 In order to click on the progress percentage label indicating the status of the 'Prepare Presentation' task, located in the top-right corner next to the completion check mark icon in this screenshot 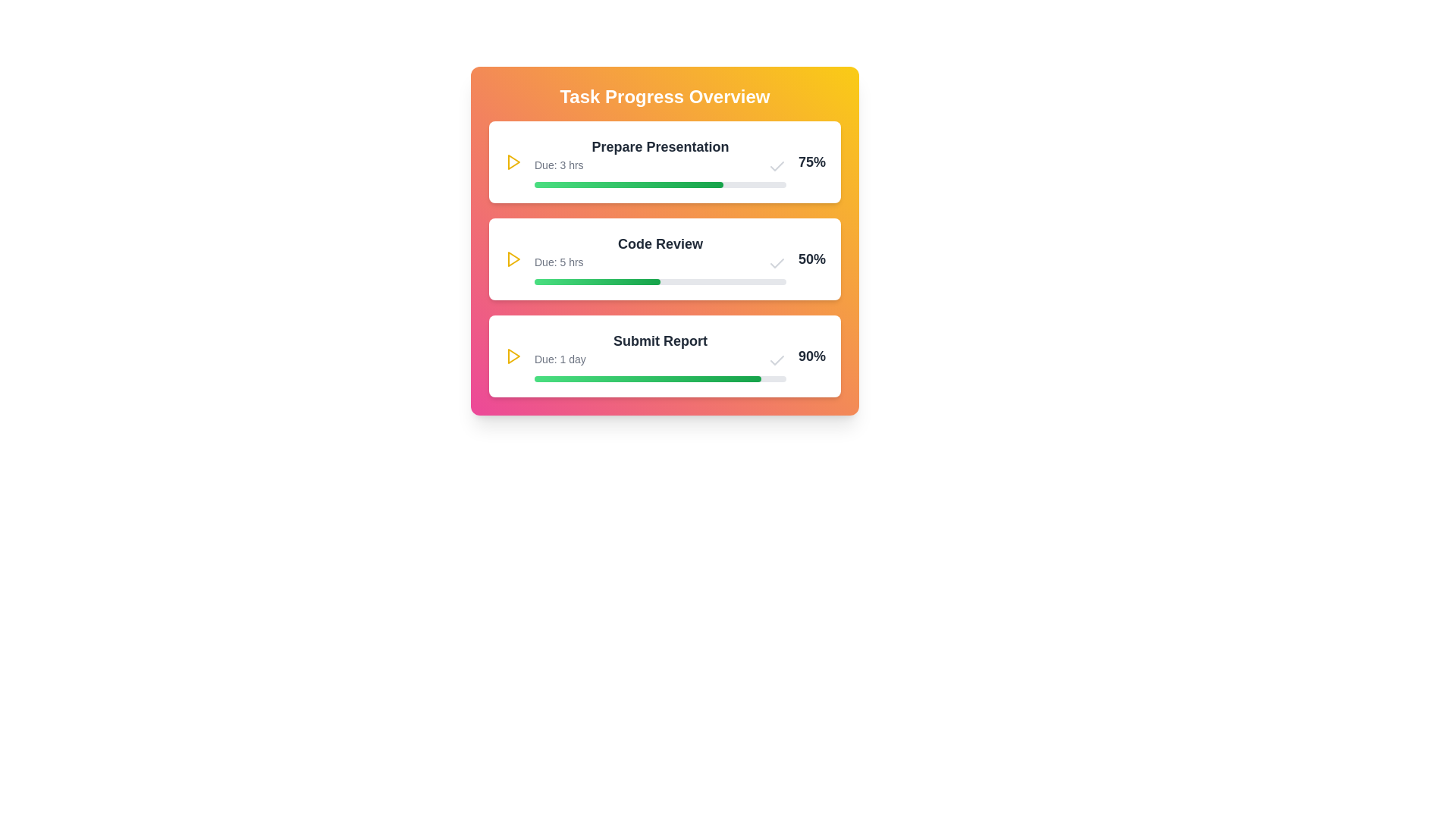, I will do `click(811, 162)`.